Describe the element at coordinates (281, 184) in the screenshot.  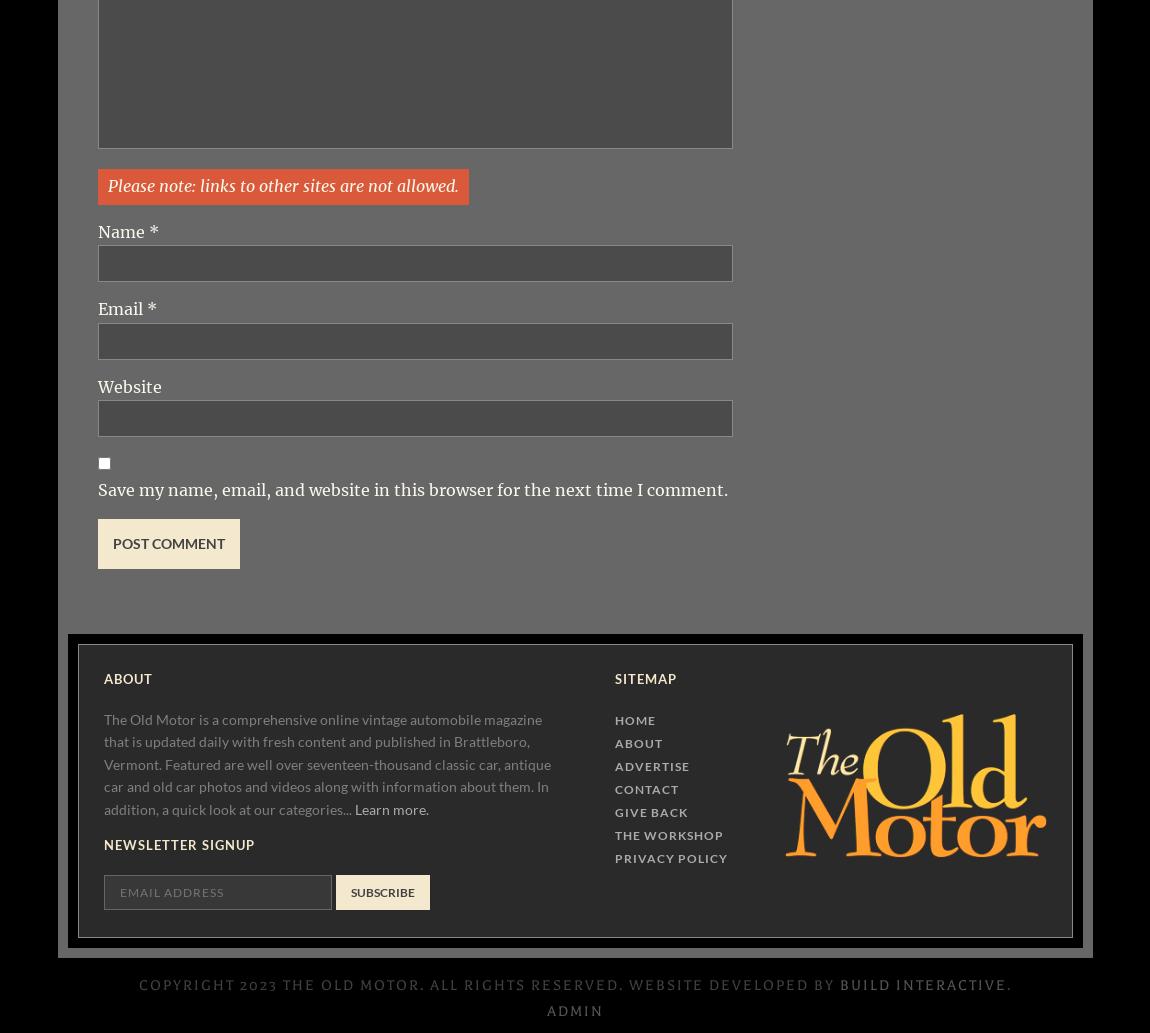
I see `'Please note: links to other sites are not allowed.'` at that location.